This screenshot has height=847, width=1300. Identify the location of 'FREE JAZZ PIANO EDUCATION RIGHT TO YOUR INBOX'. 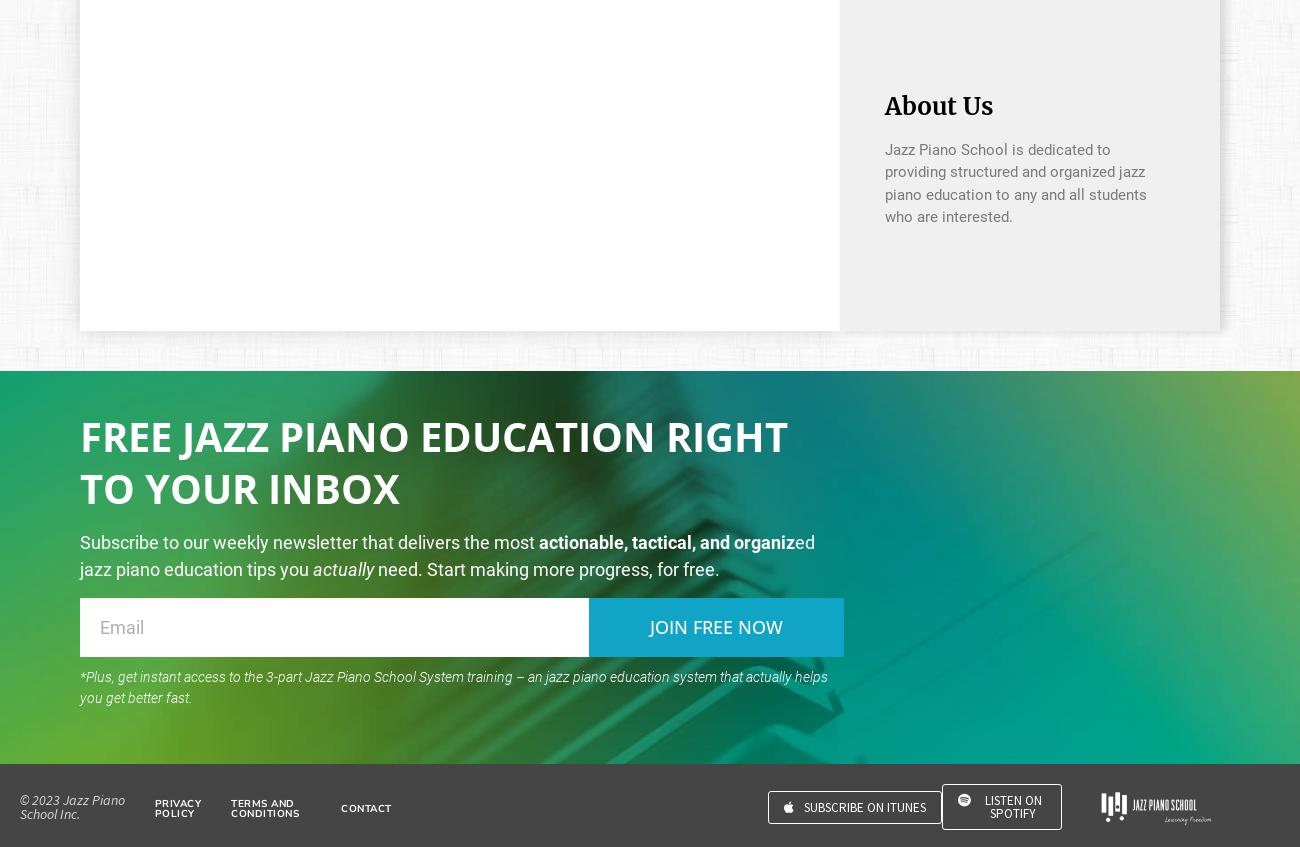
(433, 461).